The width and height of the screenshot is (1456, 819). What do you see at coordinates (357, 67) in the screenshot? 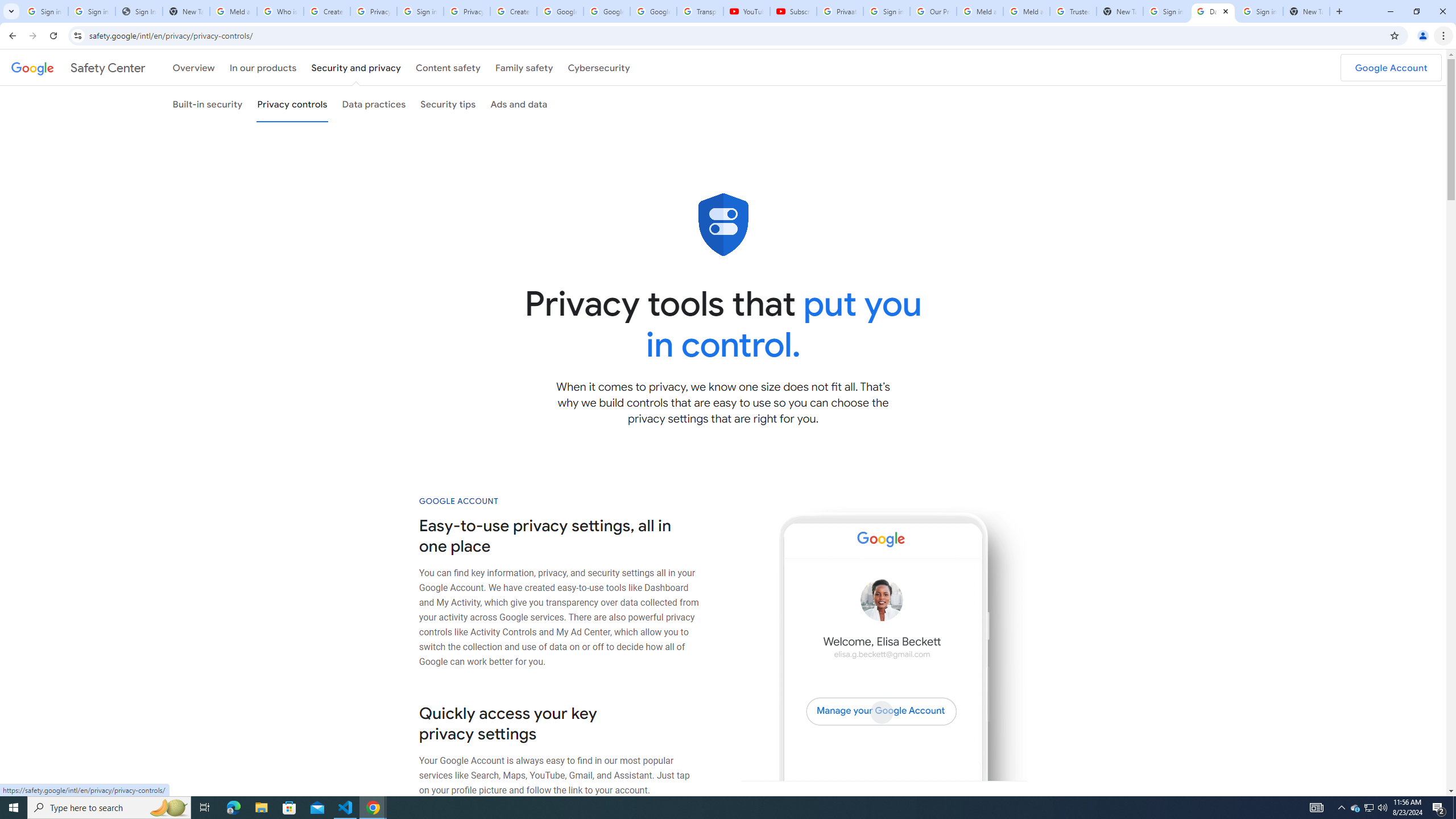
I see `'Security and privacy'` at bounding box center [357, 67].